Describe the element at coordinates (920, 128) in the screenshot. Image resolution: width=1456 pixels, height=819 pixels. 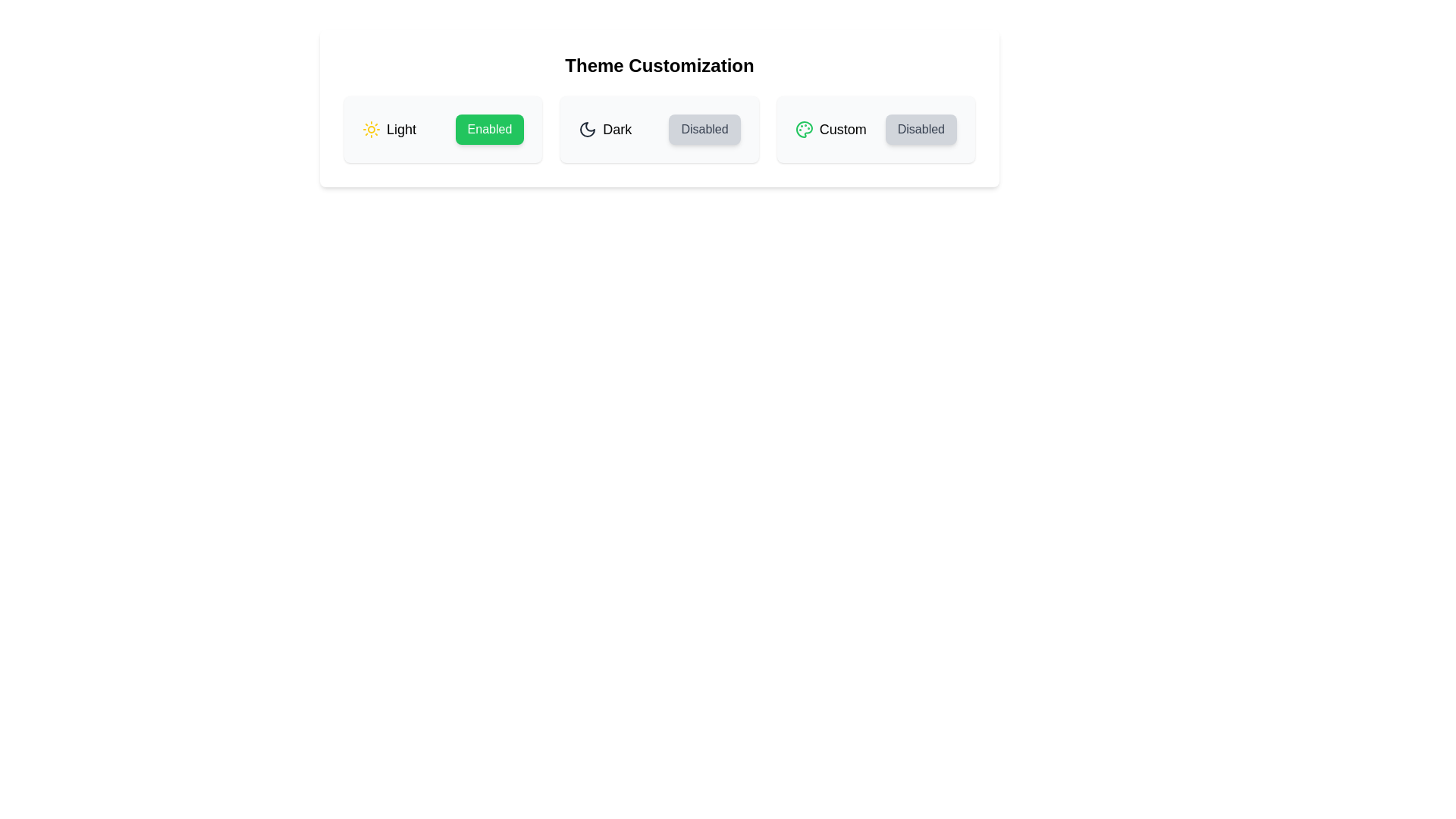
I see `the 'Custom' theme button to toggle its state` at that location.